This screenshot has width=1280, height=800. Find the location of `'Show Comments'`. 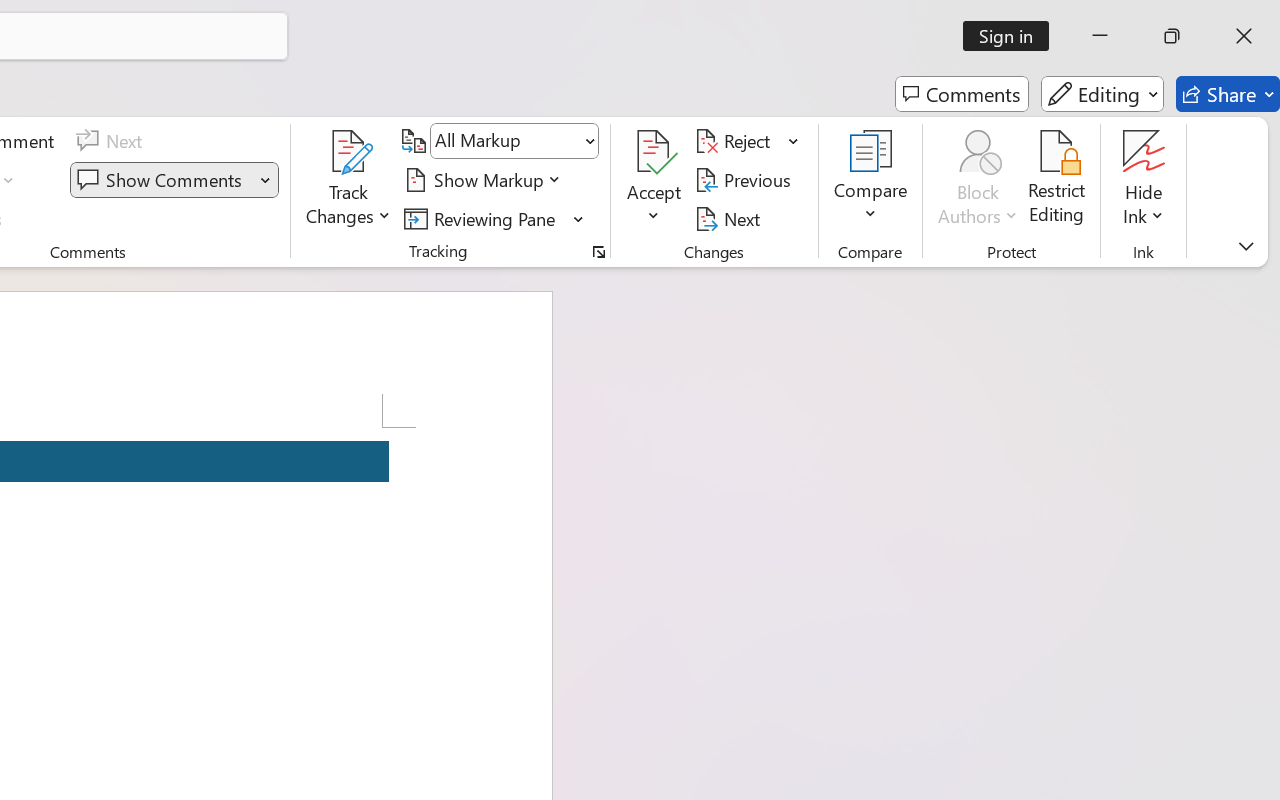

'Show Comments' is located at coordinates (174, 179).